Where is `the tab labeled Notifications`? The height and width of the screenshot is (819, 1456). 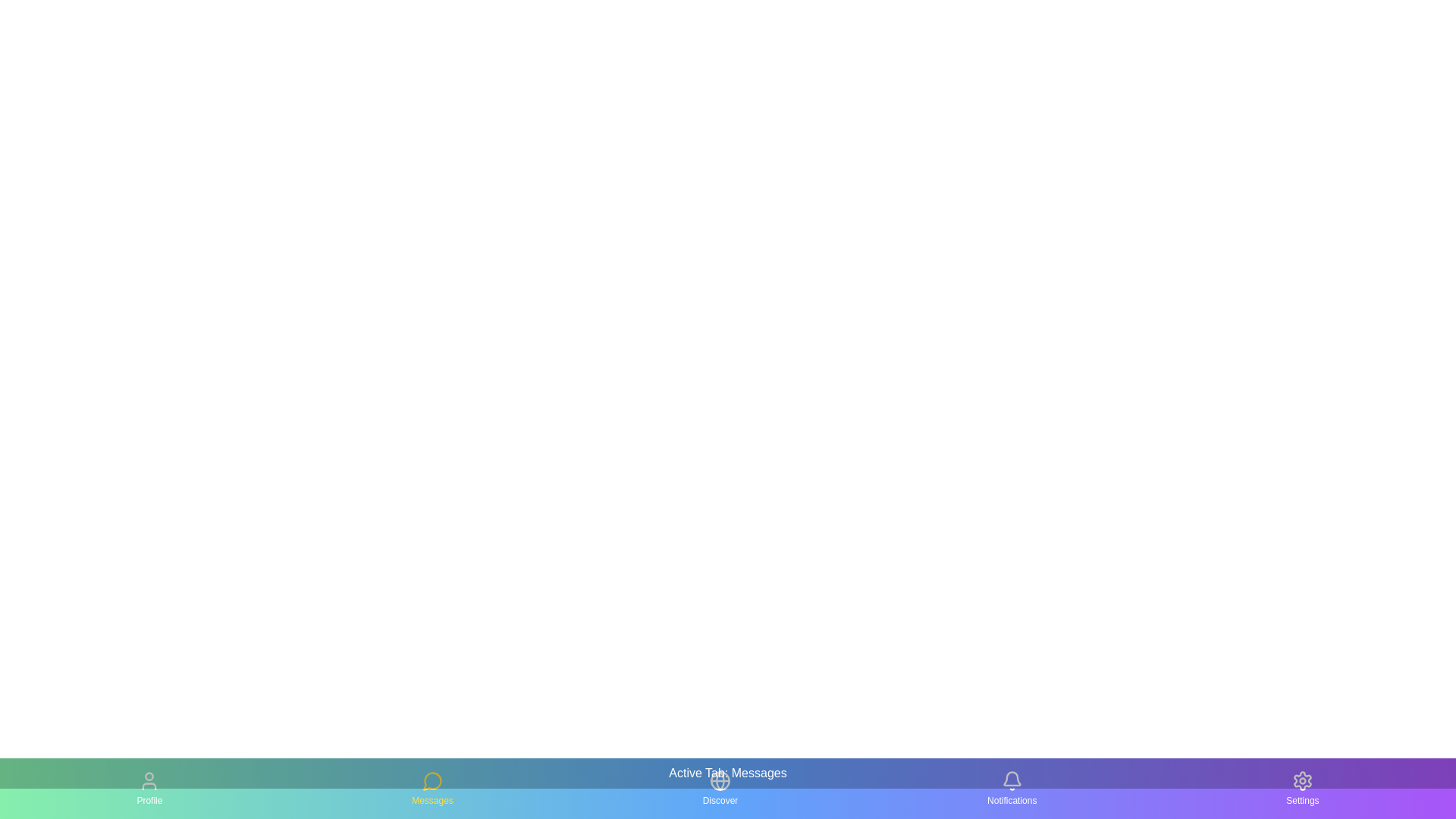
the tab labeled Notifications is located at coordinates (1012, 788).